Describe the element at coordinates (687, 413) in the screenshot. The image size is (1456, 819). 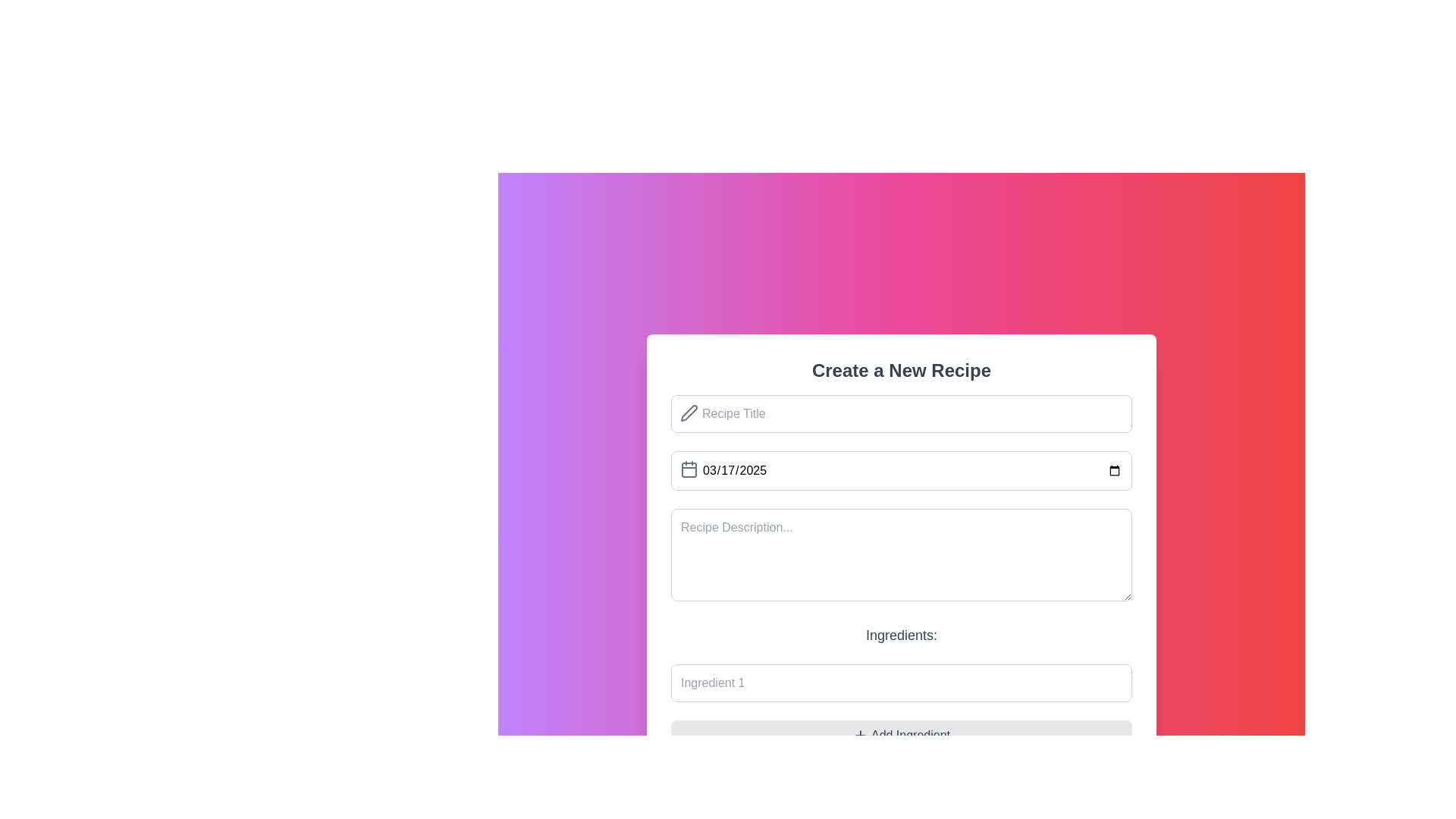
I see `the gray-toned pen icon located at the top left corner of the 'Recipe Title' input field` at that location.